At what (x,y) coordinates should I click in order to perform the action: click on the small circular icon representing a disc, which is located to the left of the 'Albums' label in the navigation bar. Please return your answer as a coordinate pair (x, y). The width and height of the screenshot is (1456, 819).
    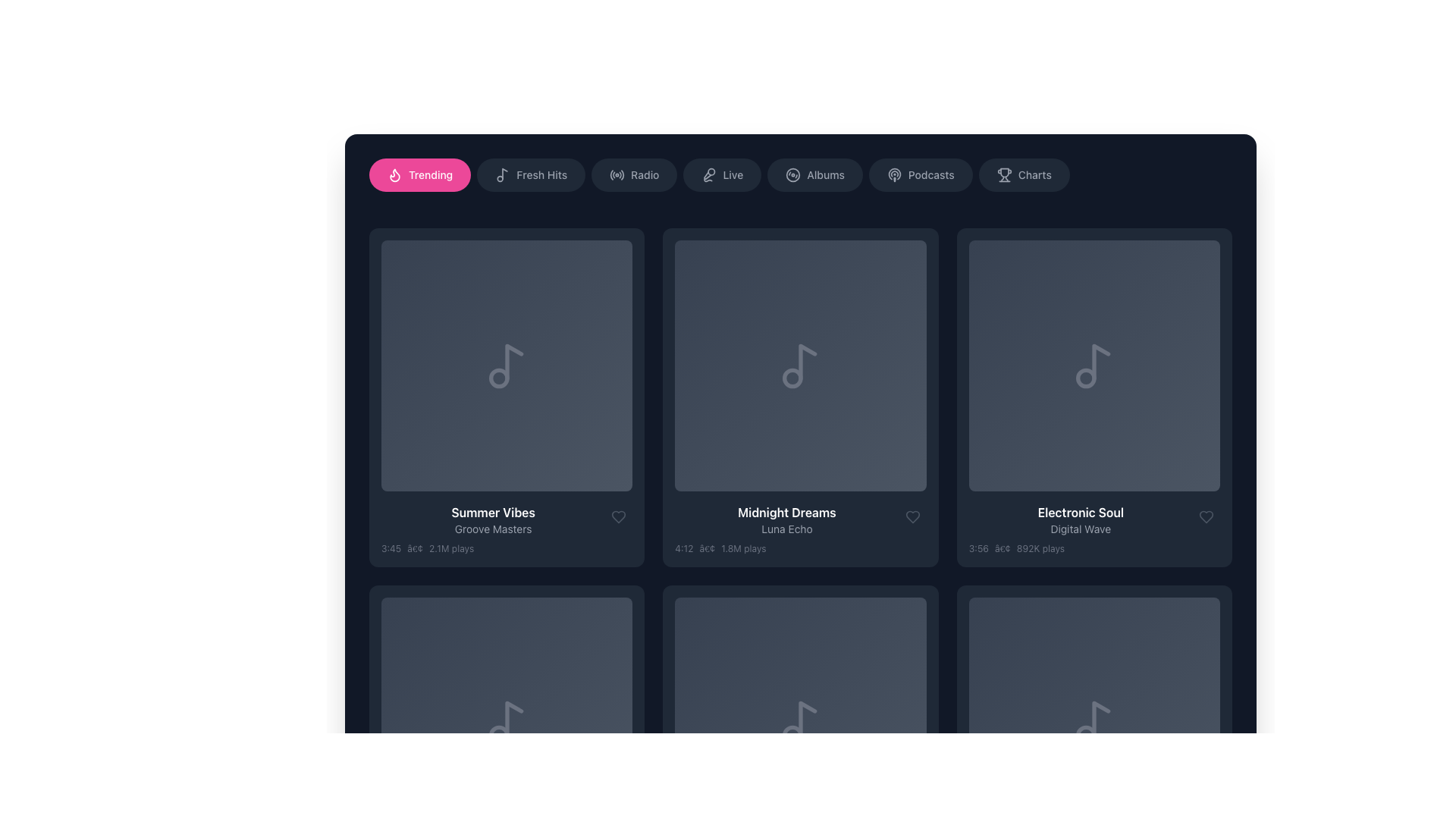
    Looking at the image, I should click on (792, 174).